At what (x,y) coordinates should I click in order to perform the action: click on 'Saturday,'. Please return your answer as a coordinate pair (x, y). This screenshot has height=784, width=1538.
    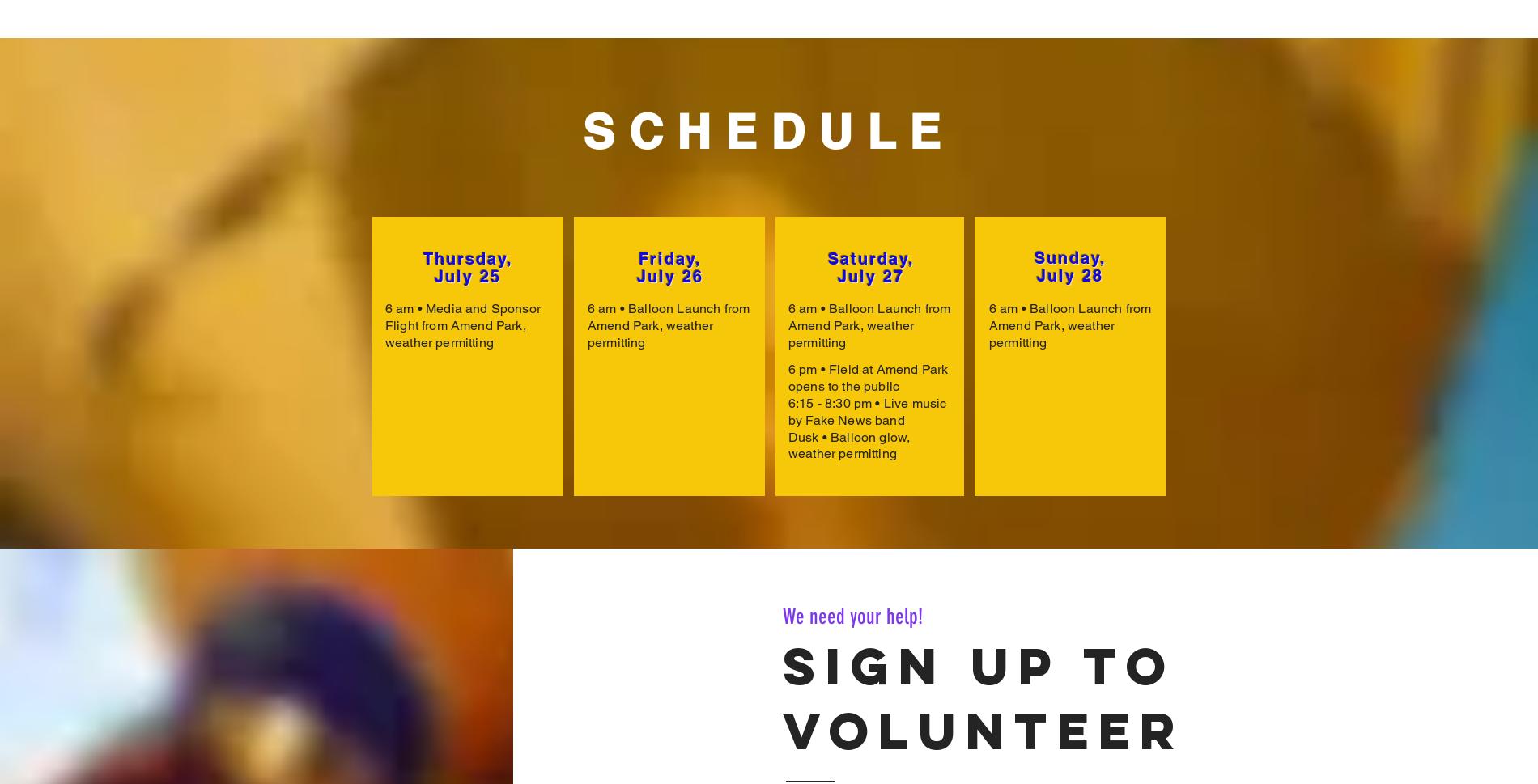
    Looking at the image, I should click on (870, 257).